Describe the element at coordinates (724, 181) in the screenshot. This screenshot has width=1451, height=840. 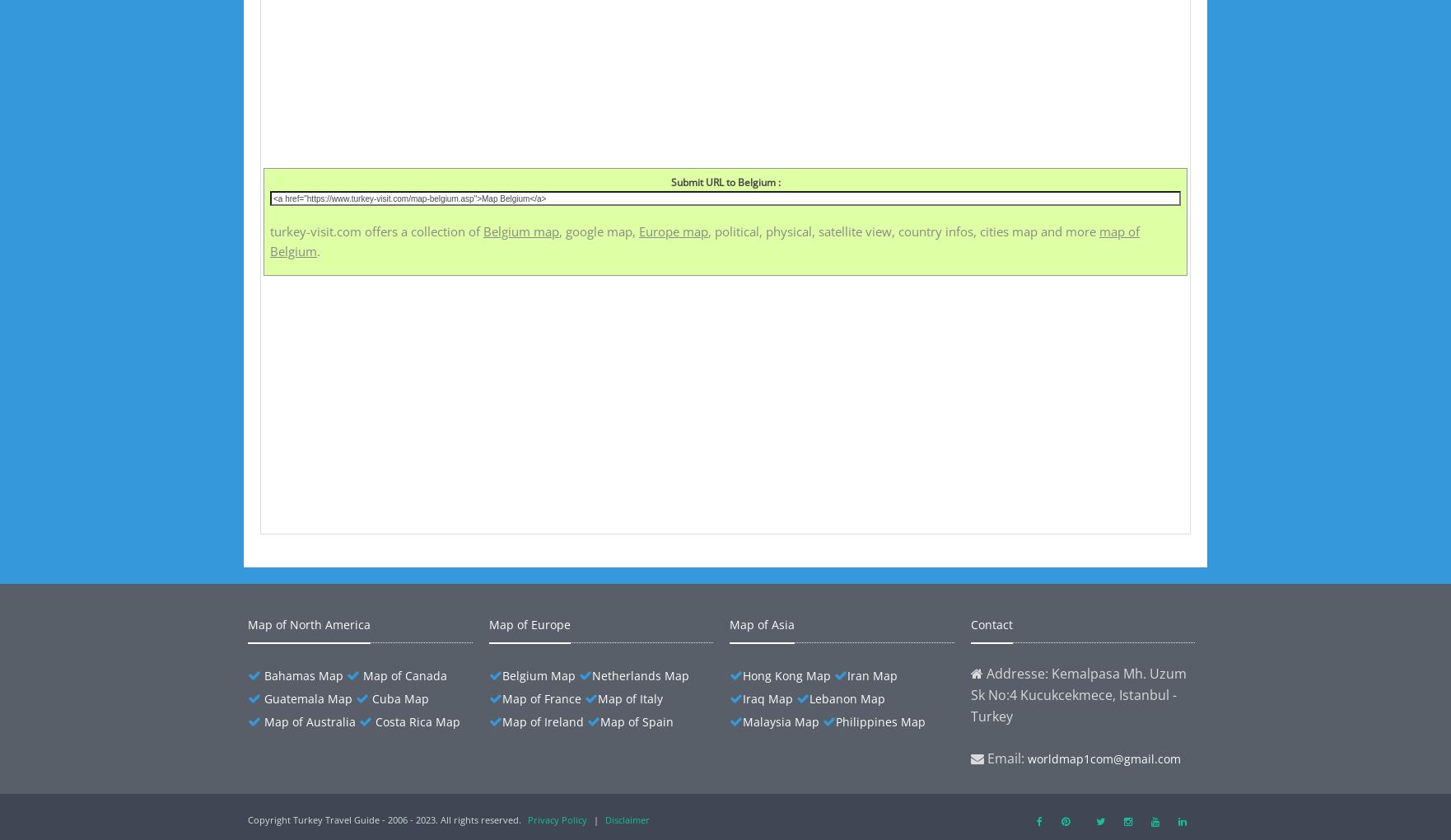
I see `'Submit URL to Belgium :'` at that location.